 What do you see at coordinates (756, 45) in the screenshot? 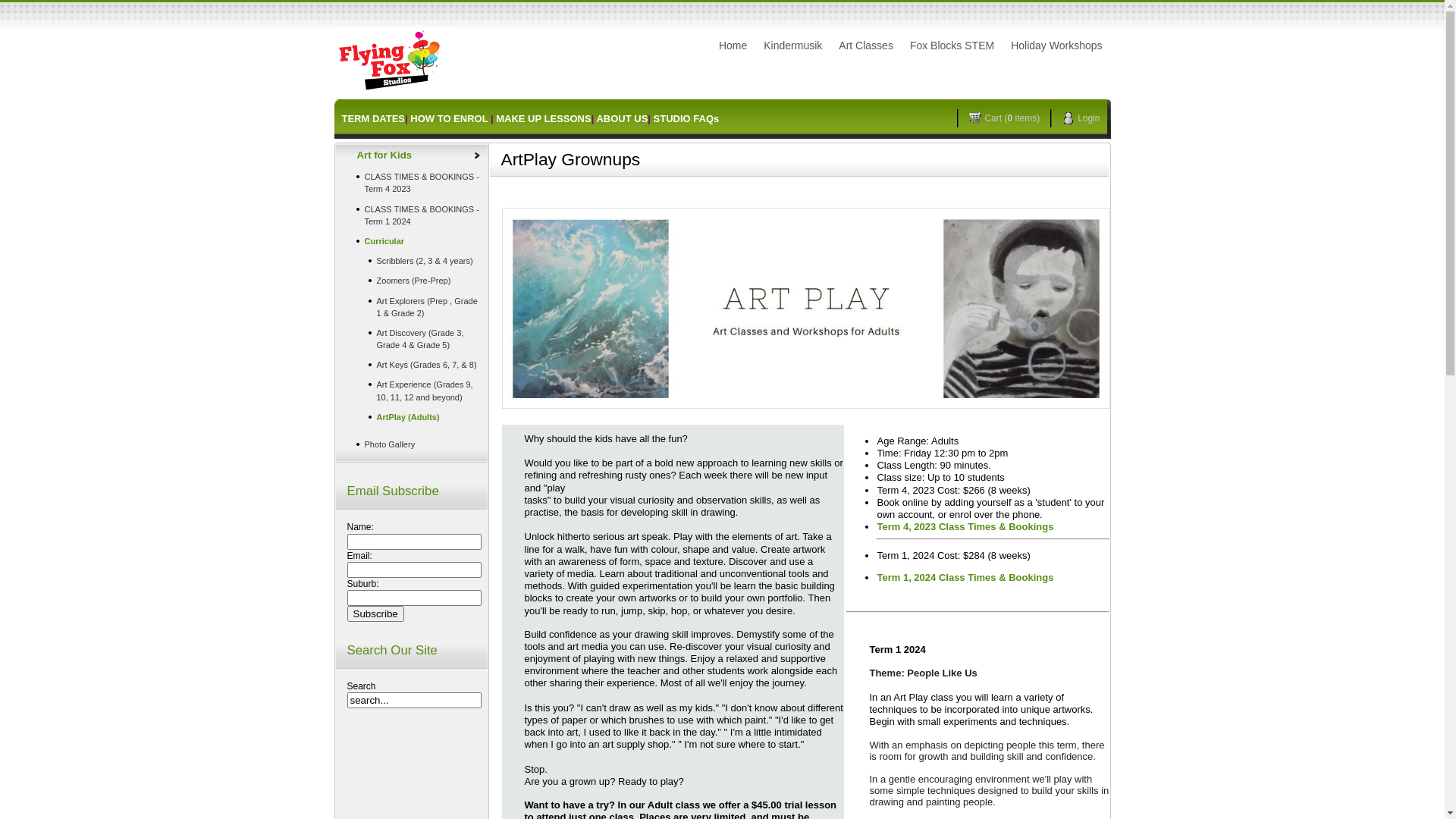
I see `'Kindermusik'` at bounding box center [756, 45].